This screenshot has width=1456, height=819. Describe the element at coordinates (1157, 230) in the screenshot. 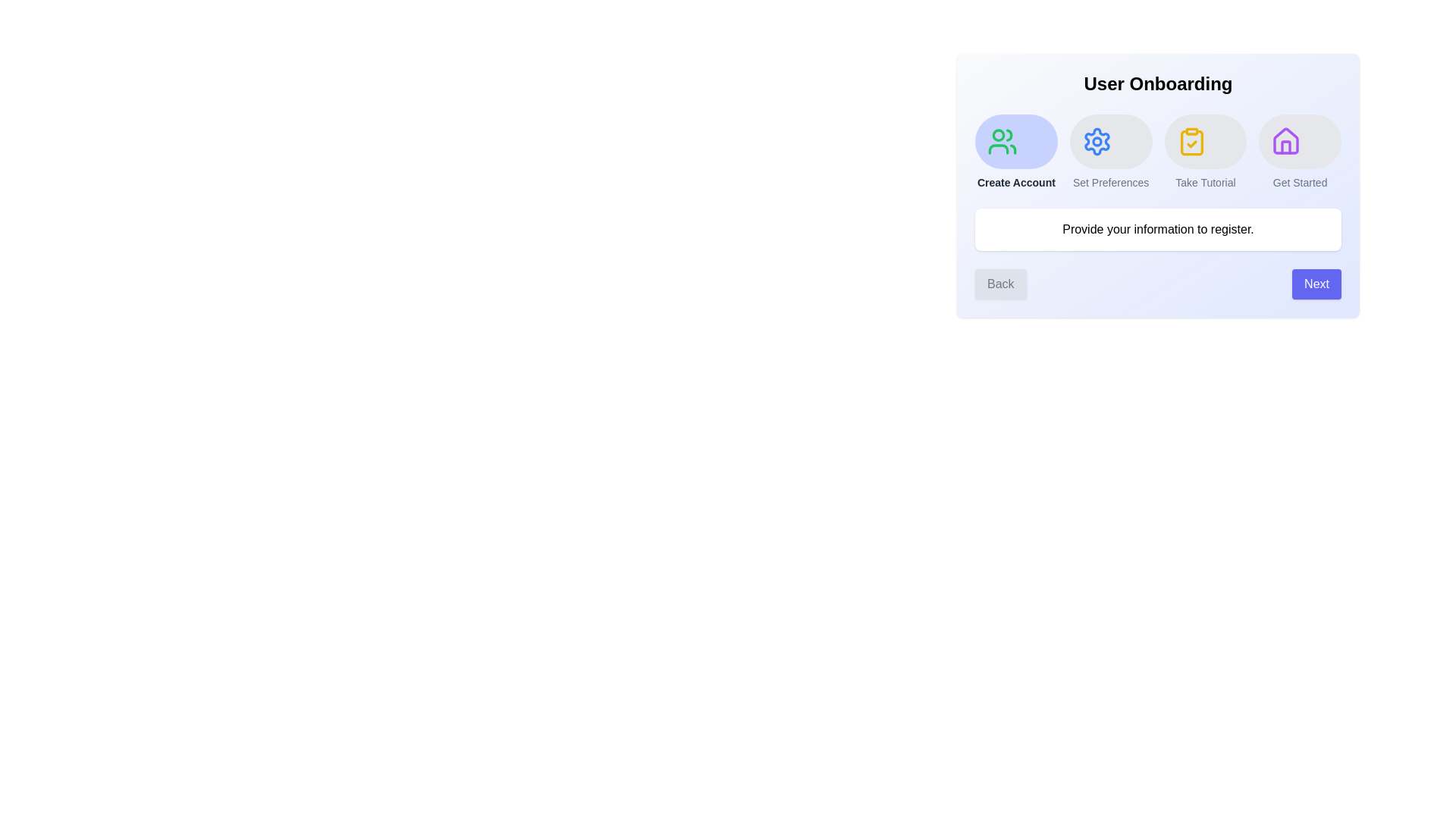

I see `the description text for the current step` at that location.